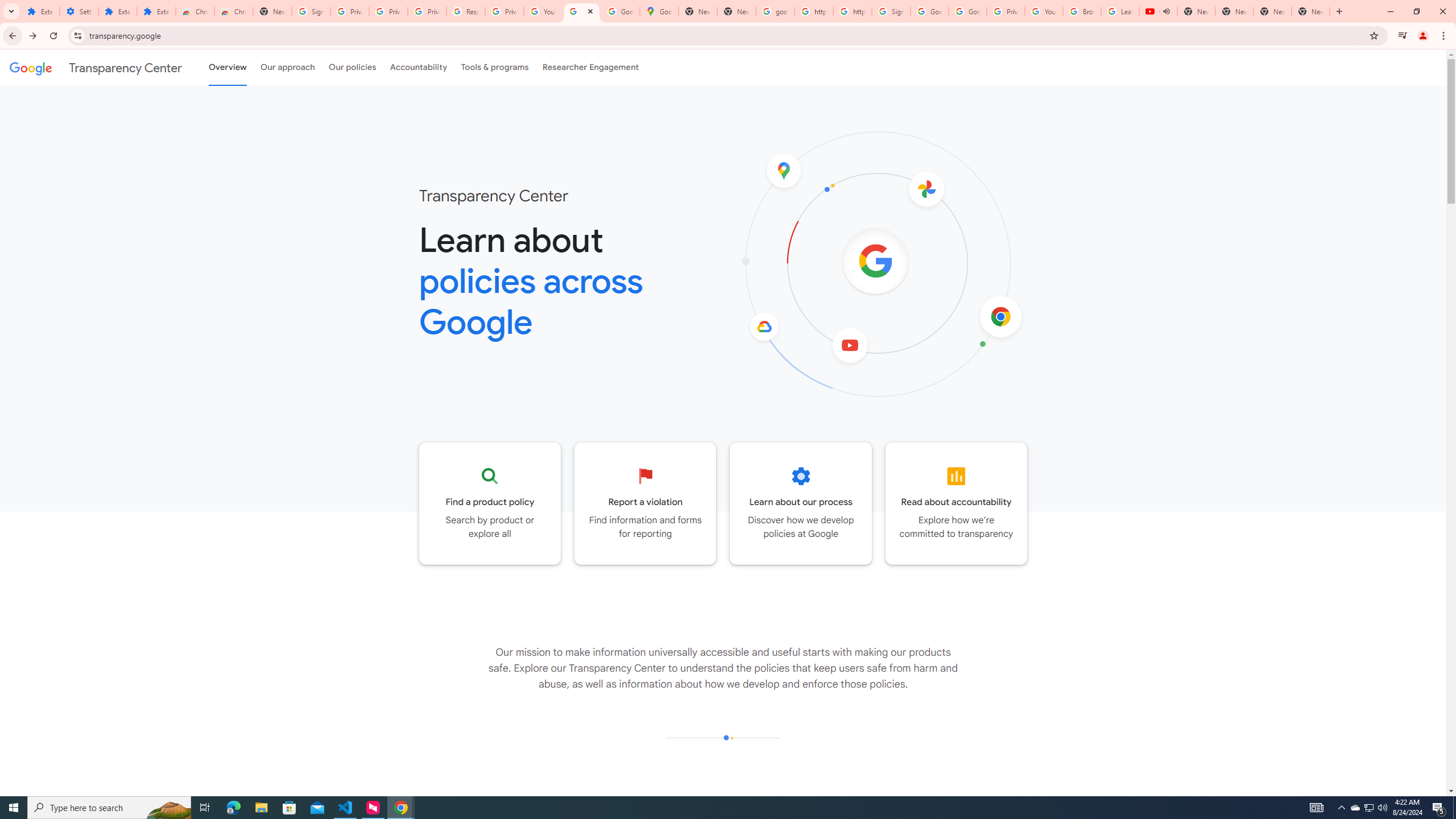  Describe the element at coordinates (95, 67) in the screenshot. I see `'Transparency Center'` at that location.